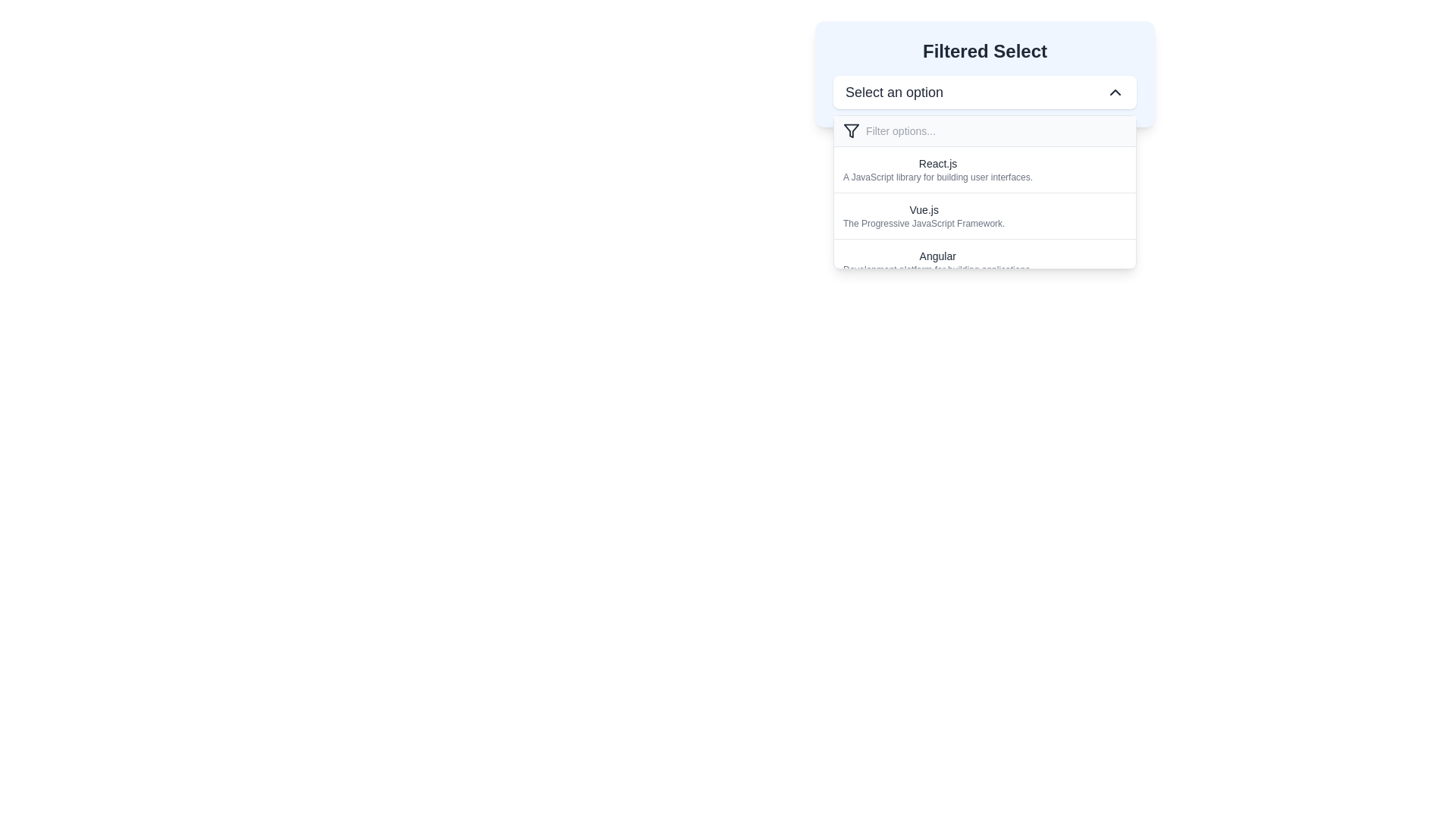  What do you see at coordinates (985, 93) in the screenshot?
I see `the dropdown menu labeled 'Select an option' located just underneath the title 'Filtered Select'` at bounding box center [985, 93].